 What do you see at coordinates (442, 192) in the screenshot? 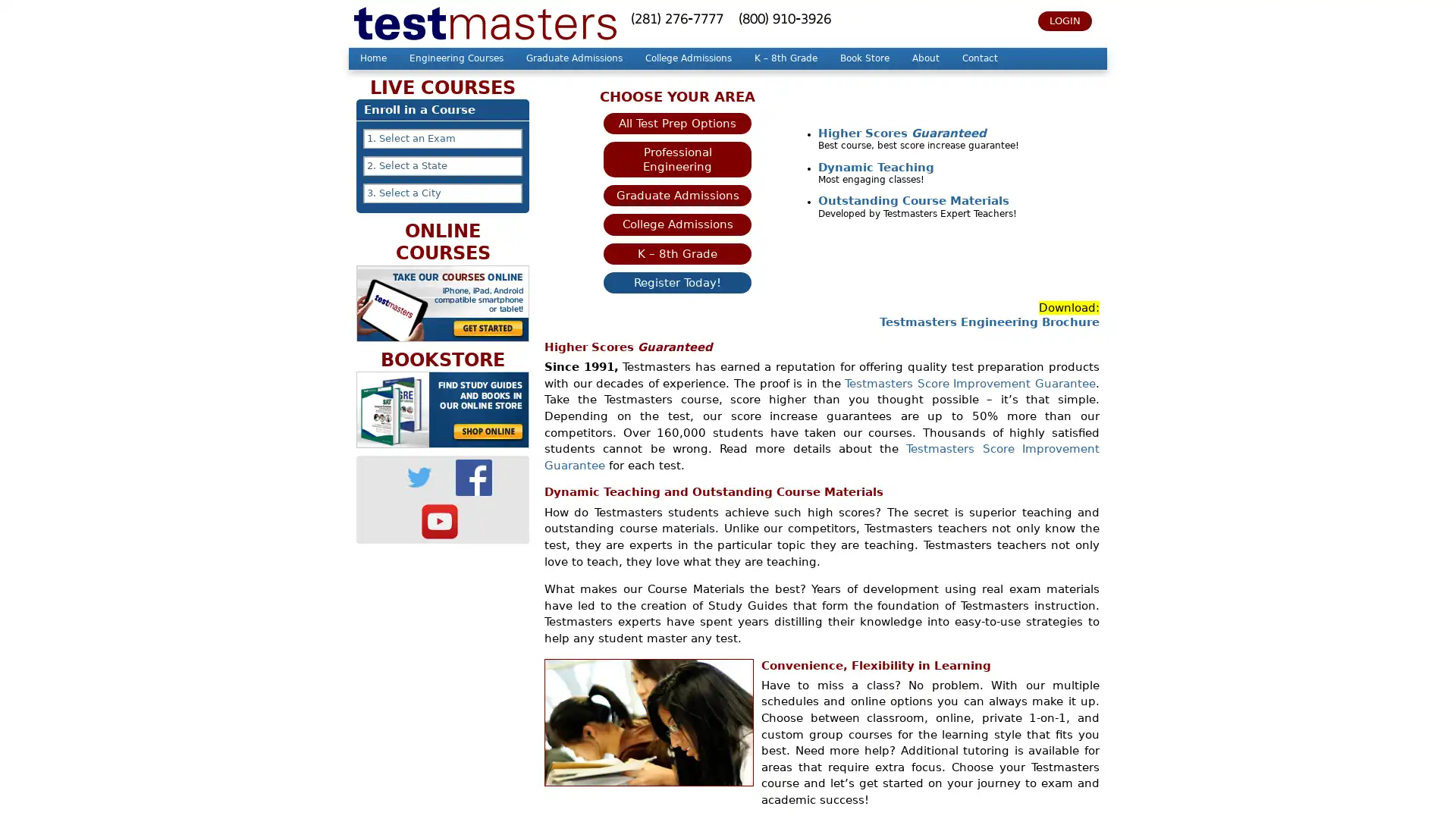
I see `3. Select a City` at bounding box center [442, 192].